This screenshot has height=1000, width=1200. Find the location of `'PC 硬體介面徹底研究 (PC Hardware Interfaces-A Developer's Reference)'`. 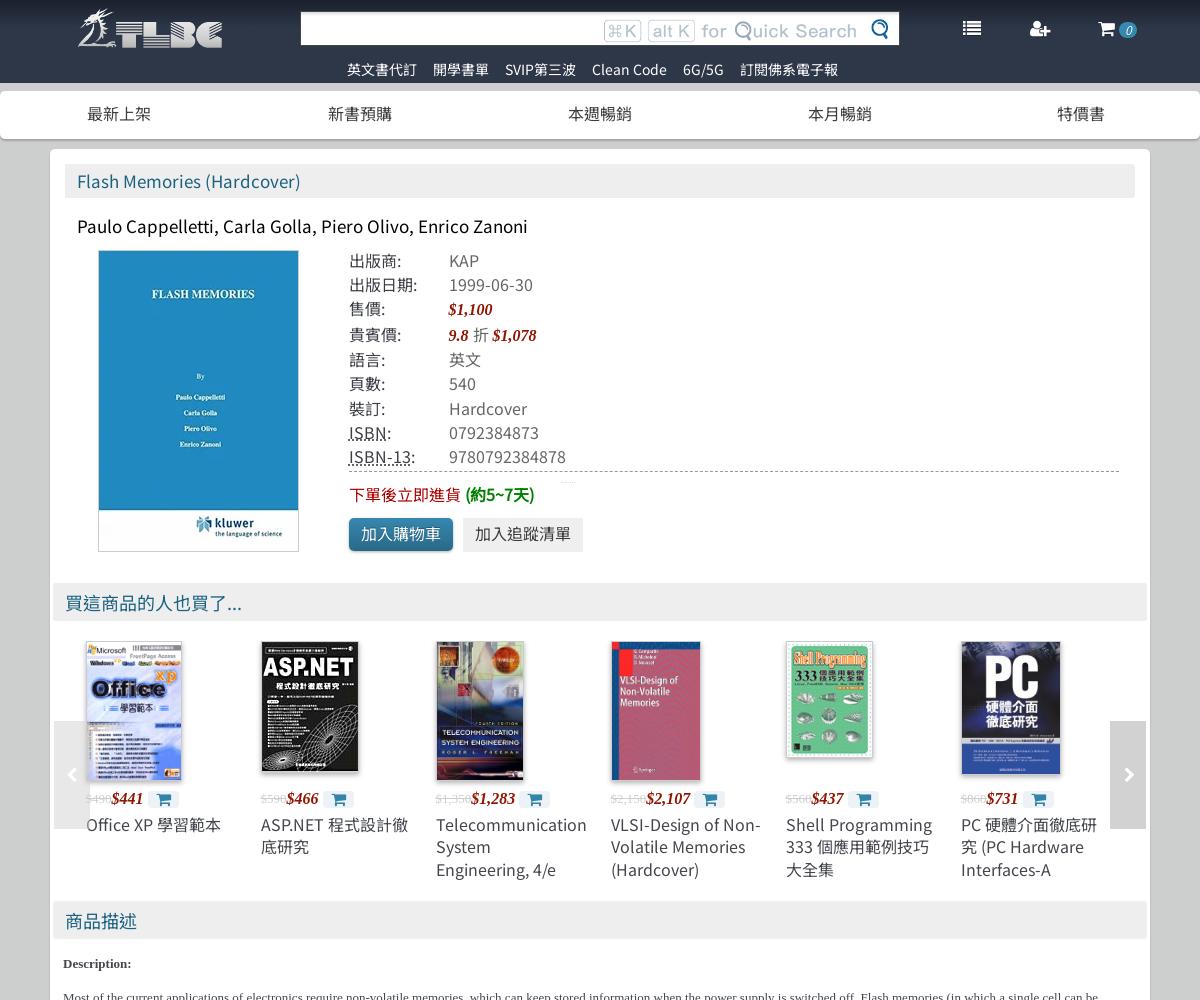

'PC 硬體介面徹底研究 (PC Hardware Interfaces-A Developer's Reference)' is located at coordinates (1028, 867).